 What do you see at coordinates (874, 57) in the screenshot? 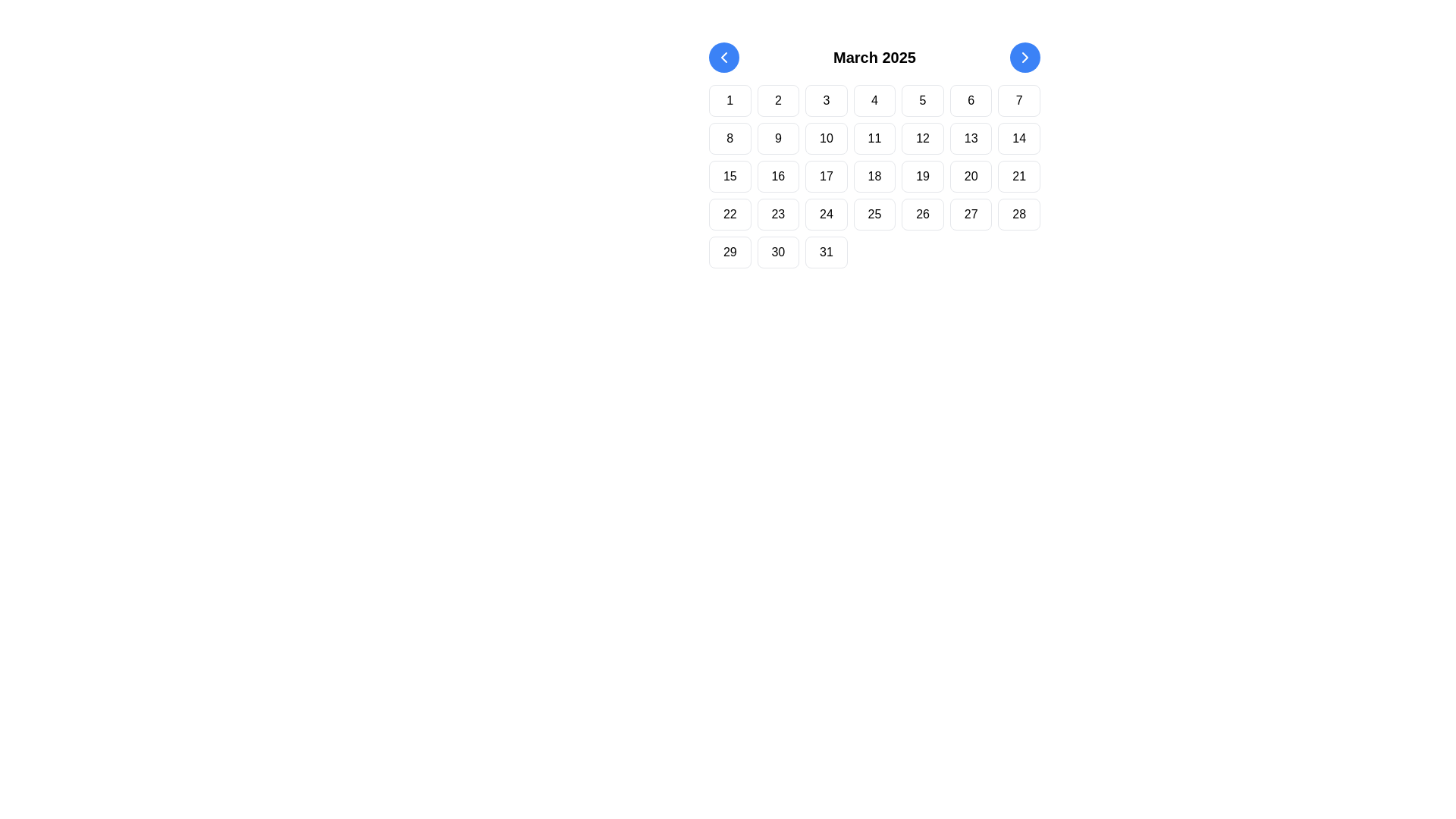
I see `the text label indicating the currently displayed month and year in the calendar view, which is horizontally centered at the top of the calendar interface` at bounding box center [874, 57].